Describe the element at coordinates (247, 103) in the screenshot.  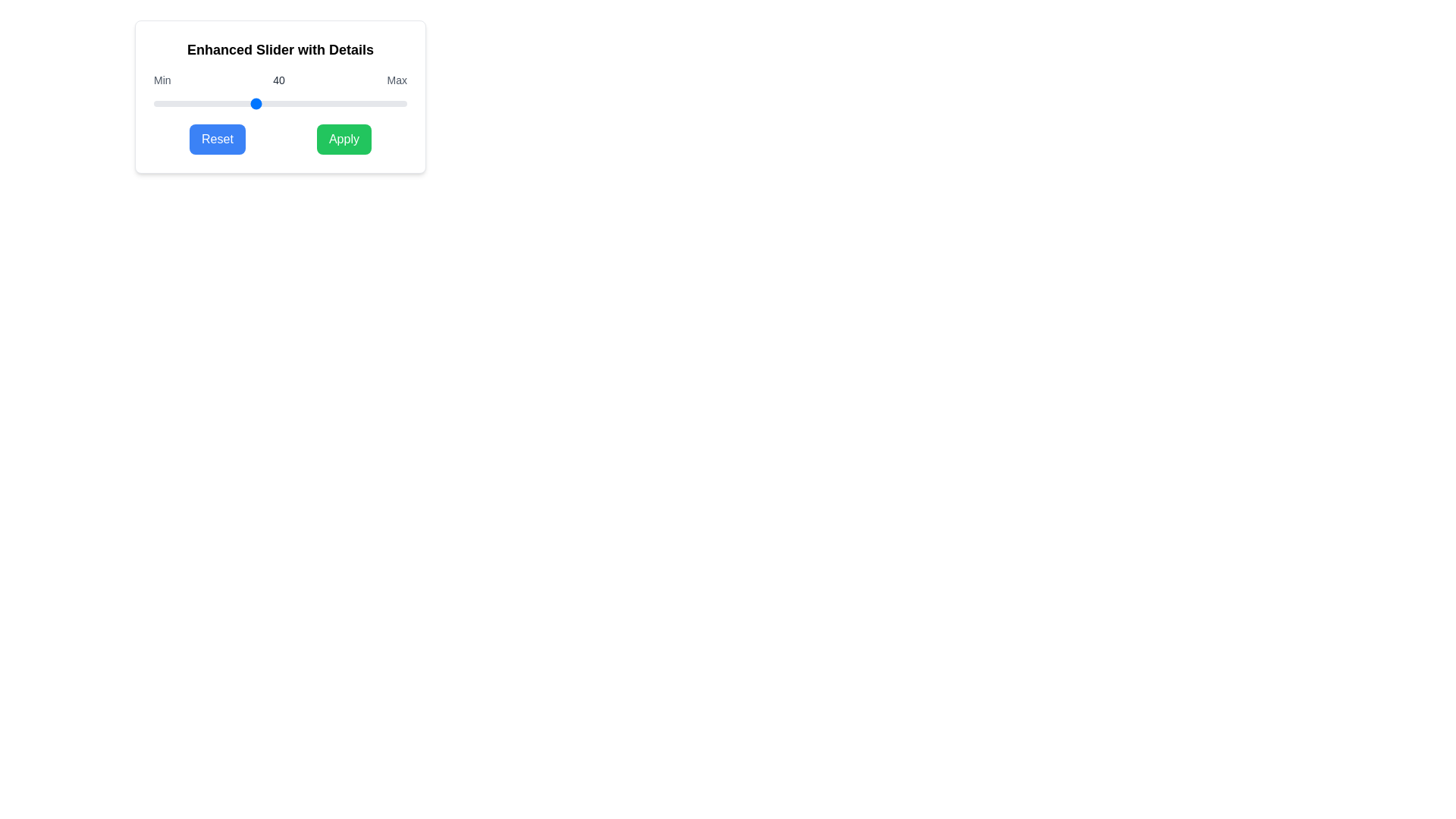
I see `the slider` at that location.